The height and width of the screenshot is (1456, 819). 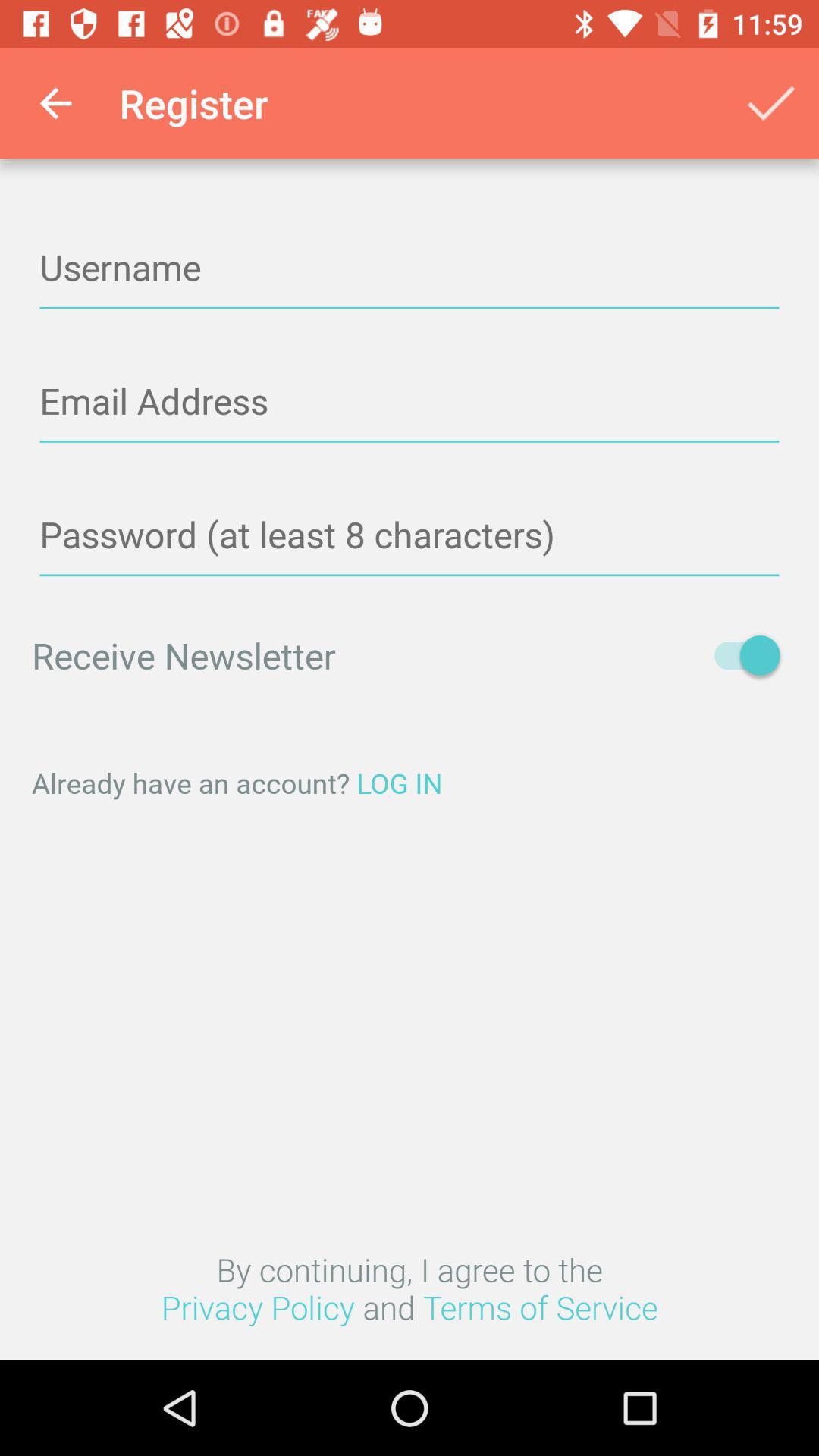 What do you see at coordinates (739, 655) in the screenshot?
I see `icon above already have an icon` at bounding box center [739, 655].